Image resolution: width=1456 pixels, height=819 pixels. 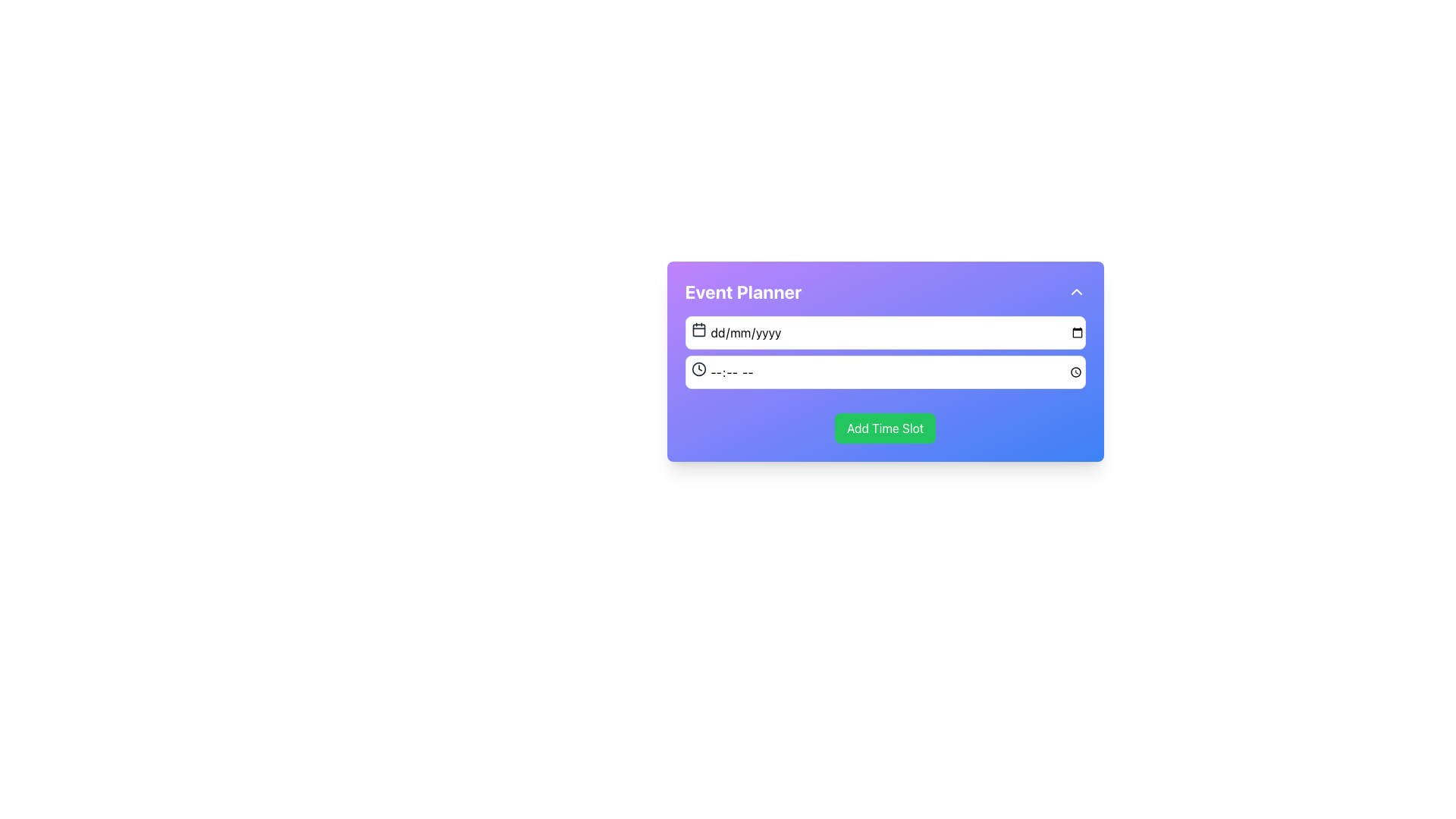 What do you see at coordinates (1075, 292) in the screenshot?
I see `the circular button with an upward-pointing chevron icon on a purple gradient background, located at the top-right corner of the 'Event Planner' banner` at bounding box center [1075, 292].